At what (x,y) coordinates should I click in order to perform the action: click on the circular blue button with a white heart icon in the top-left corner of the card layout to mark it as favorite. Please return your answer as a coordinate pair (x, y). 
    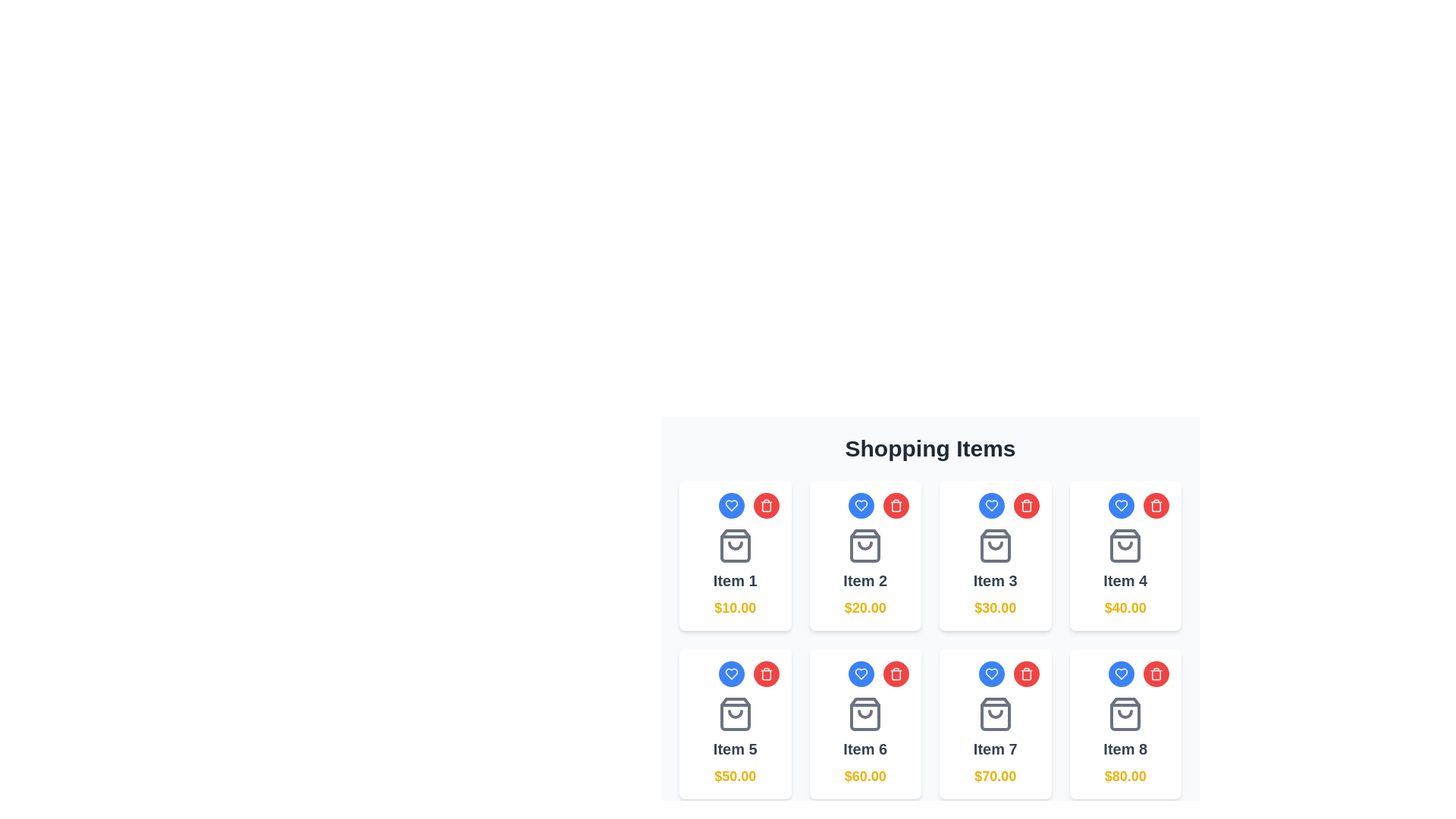
    Looking at the image, I should click on (731, 506).